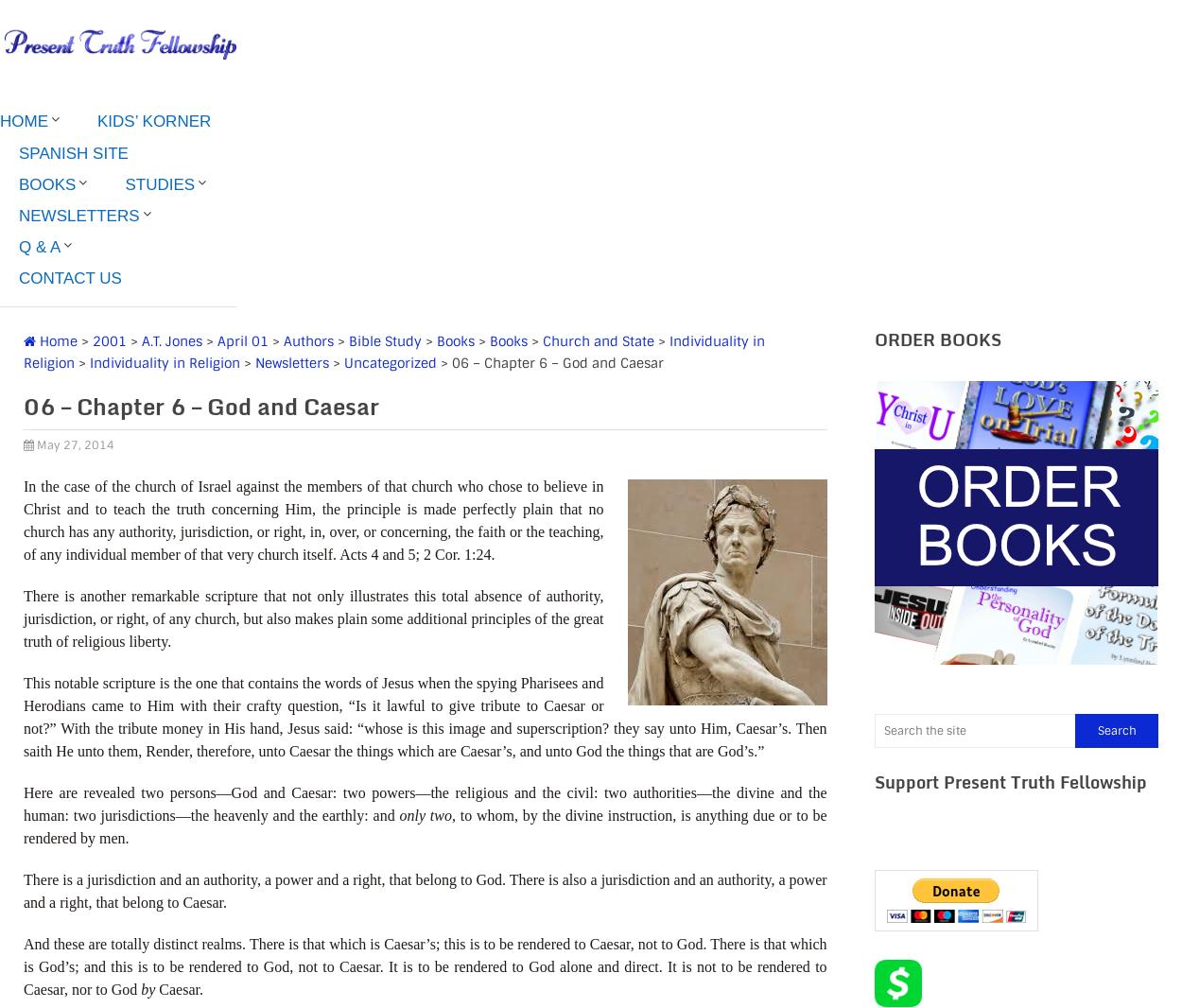 The width and height of the screenshot is (1182, 1008). I want to click on 'only two', so click(424, 814).